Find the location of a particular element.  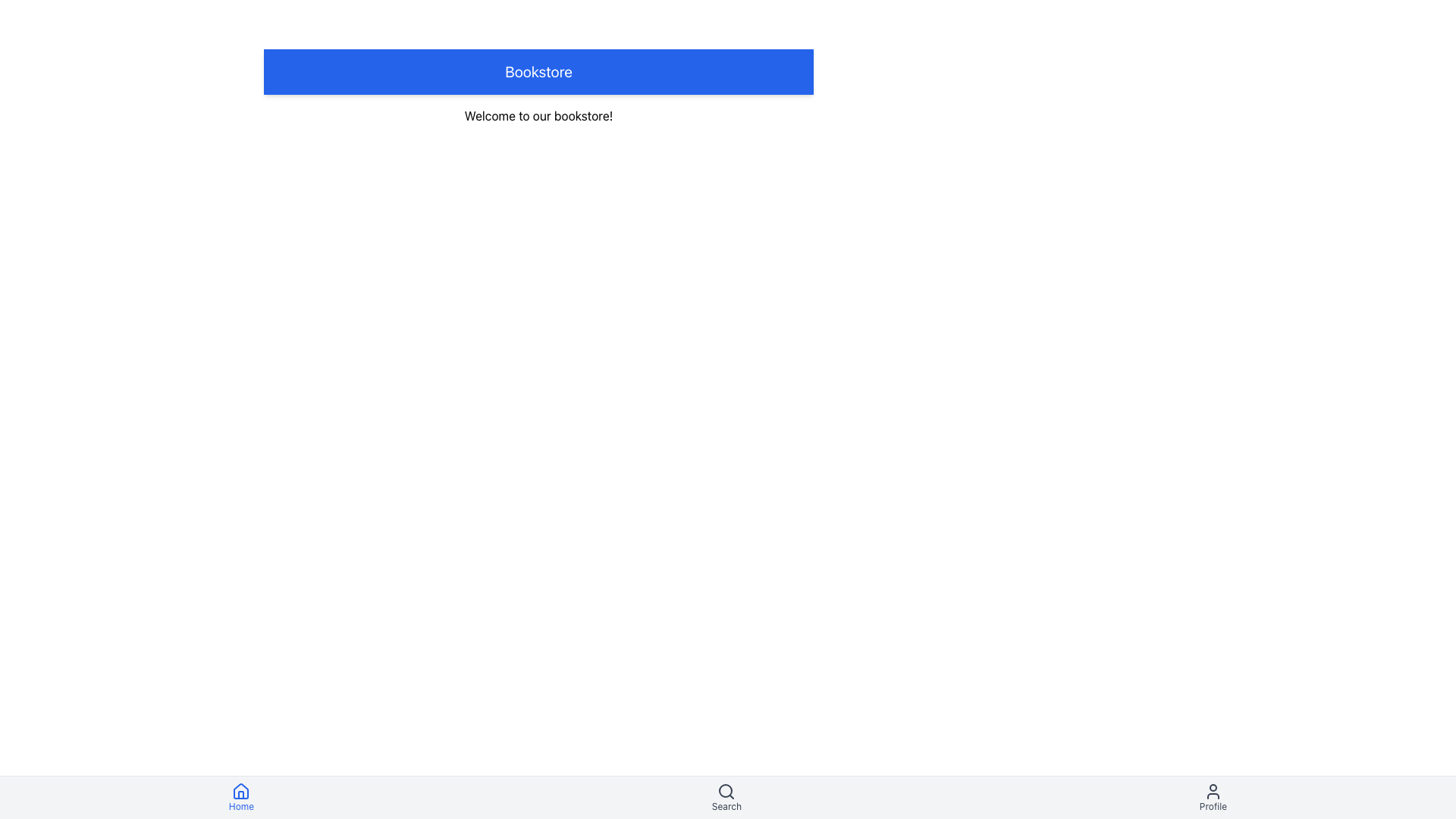

the 'Search' button, which is a combination of a magnifying glass icon and the label 'Search', located in the middle of the bottom navigation bar is located at coordinates (726, 797).